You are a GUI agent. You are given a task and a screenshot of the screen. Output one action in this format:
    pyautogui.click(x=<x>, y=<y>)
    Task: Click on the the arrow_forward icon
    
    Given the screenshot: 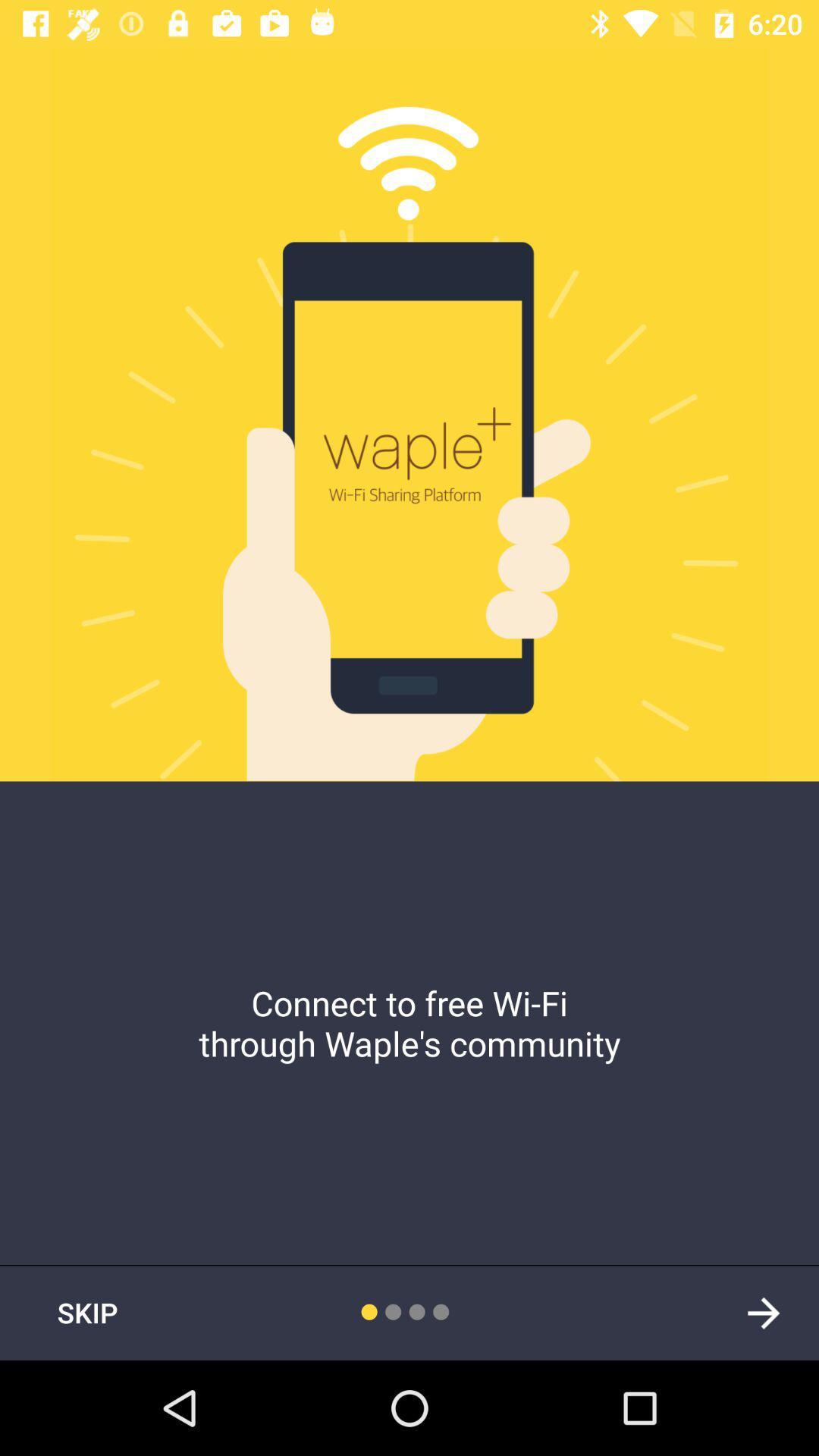 What is the action you would take?
    pyautogui.click(x=763, y=1312)
    